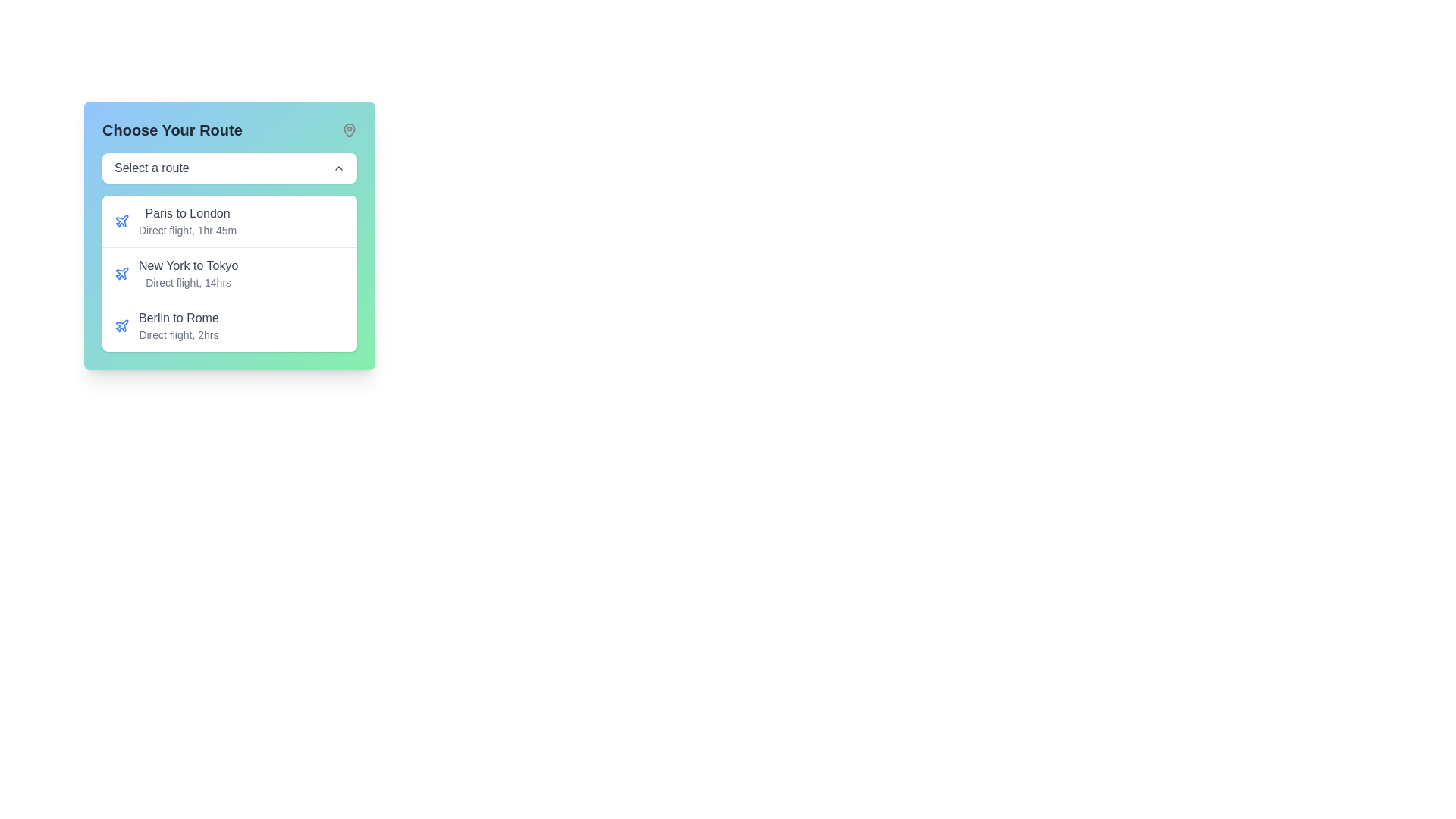 The image size is (1456, 819). Describe the element at coordinates (178, 334) in the screenshot. I see `the static text label displaying 'Direct flight, 2hrs' which is located beneath the main route title for 'Berlin to Rome'` at that location.